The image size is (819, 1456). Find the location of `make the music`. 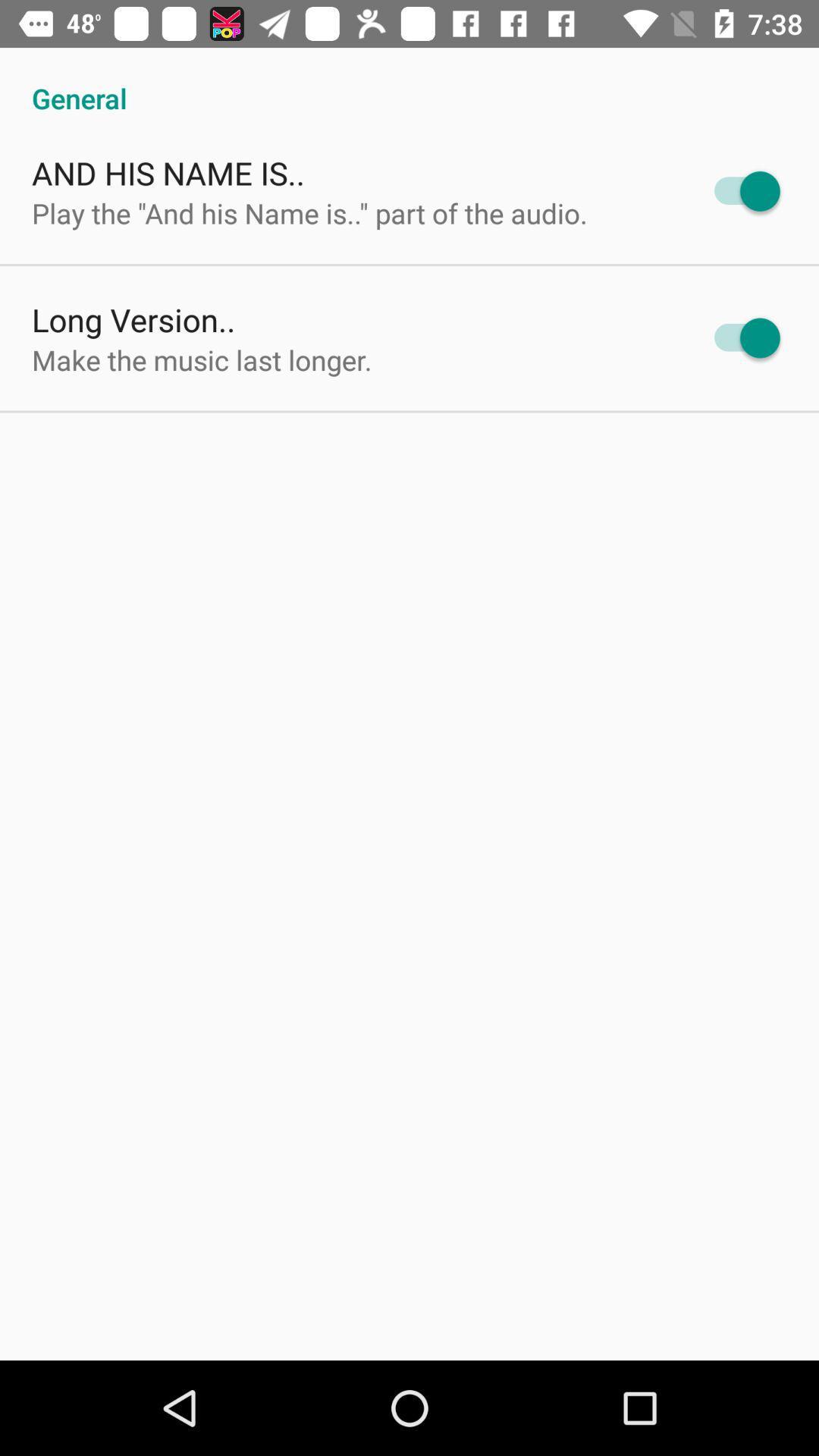

make the music is located at coordinates (201, 359).